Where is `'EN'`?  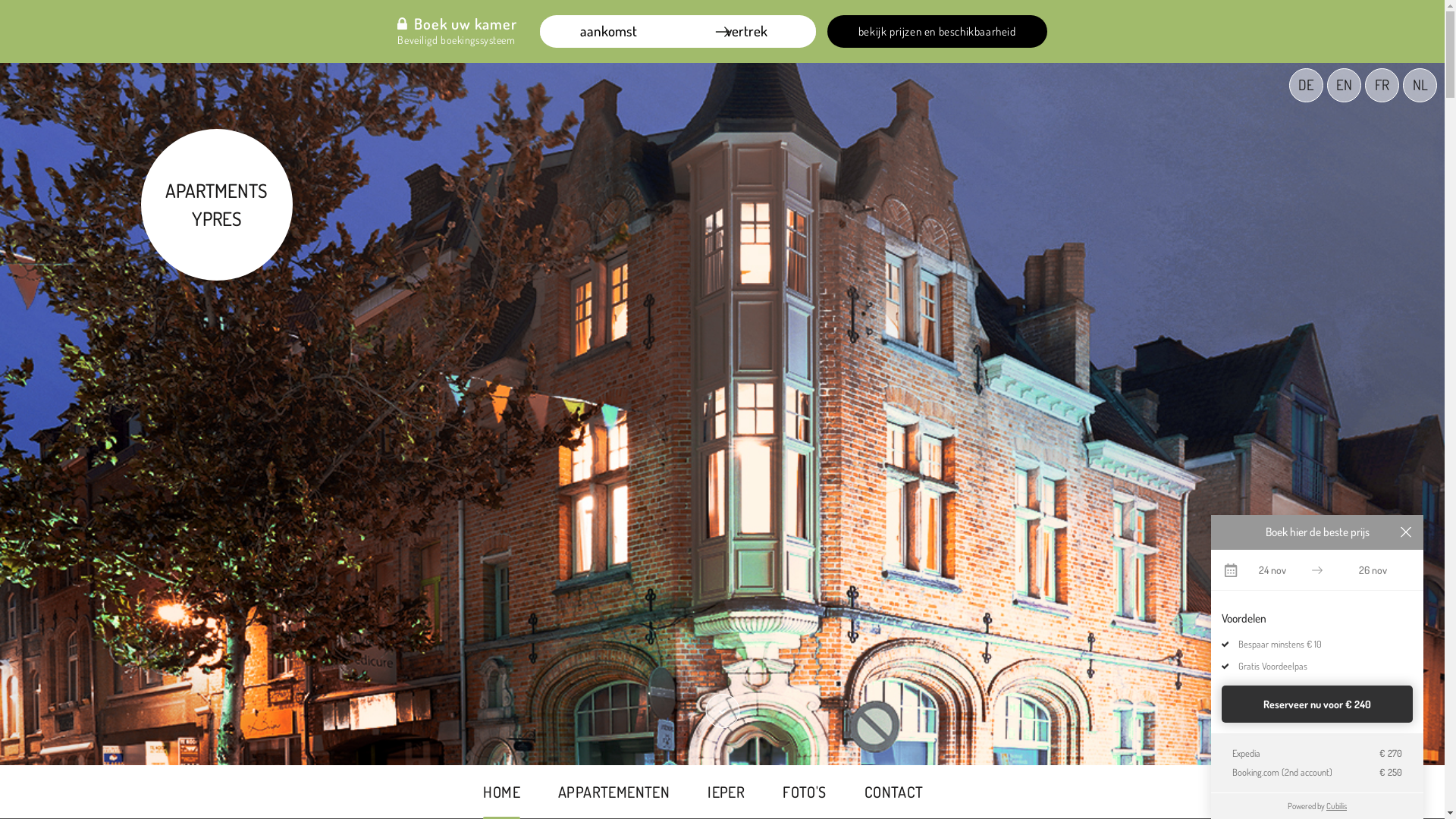
'EN' is located at coordinates (1344, 85).